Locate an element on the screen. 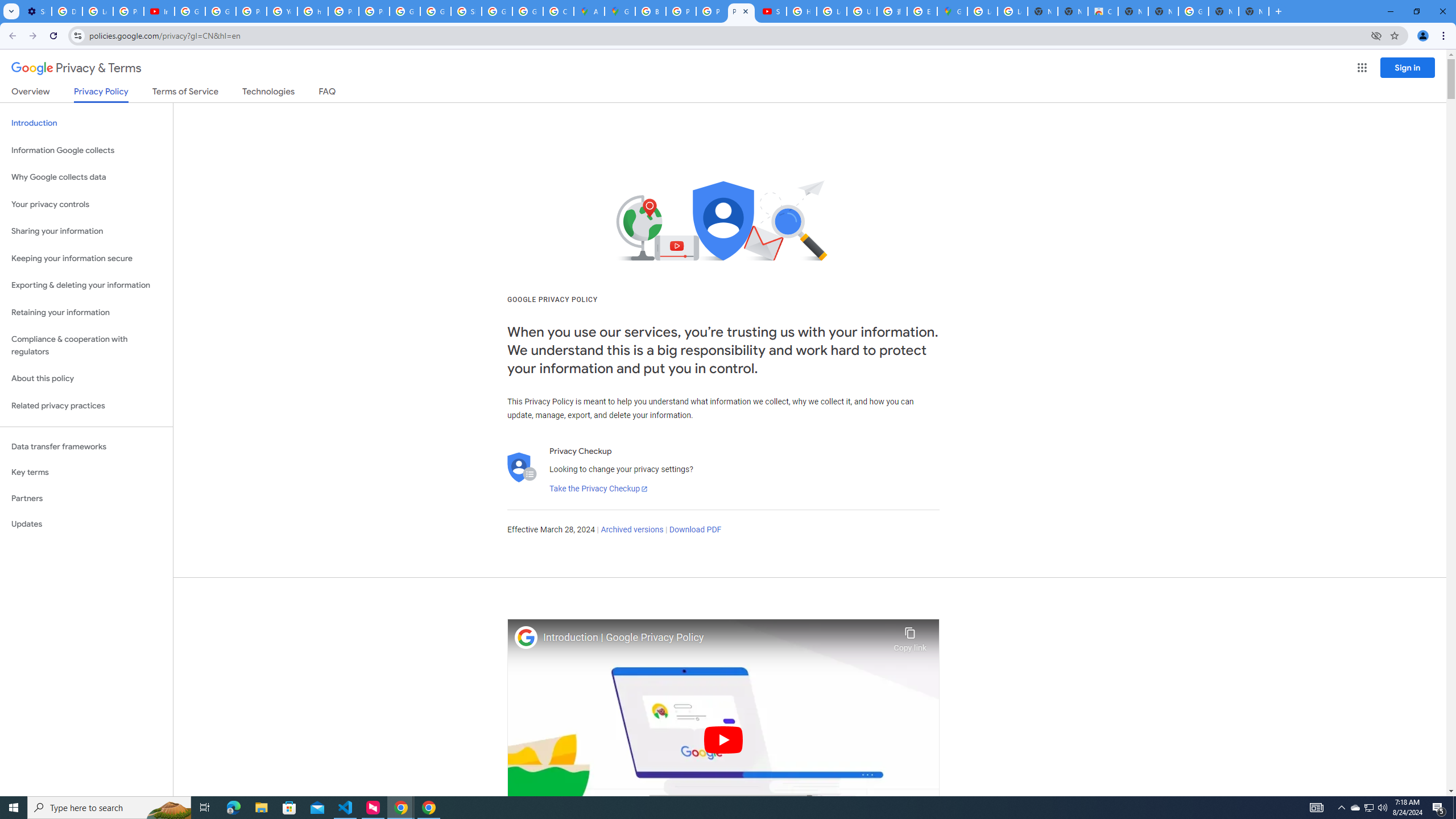 The image size is (1456, 819). 'Learn how to find your photos - Google Photos Help' is located at coordinates (97, 11).